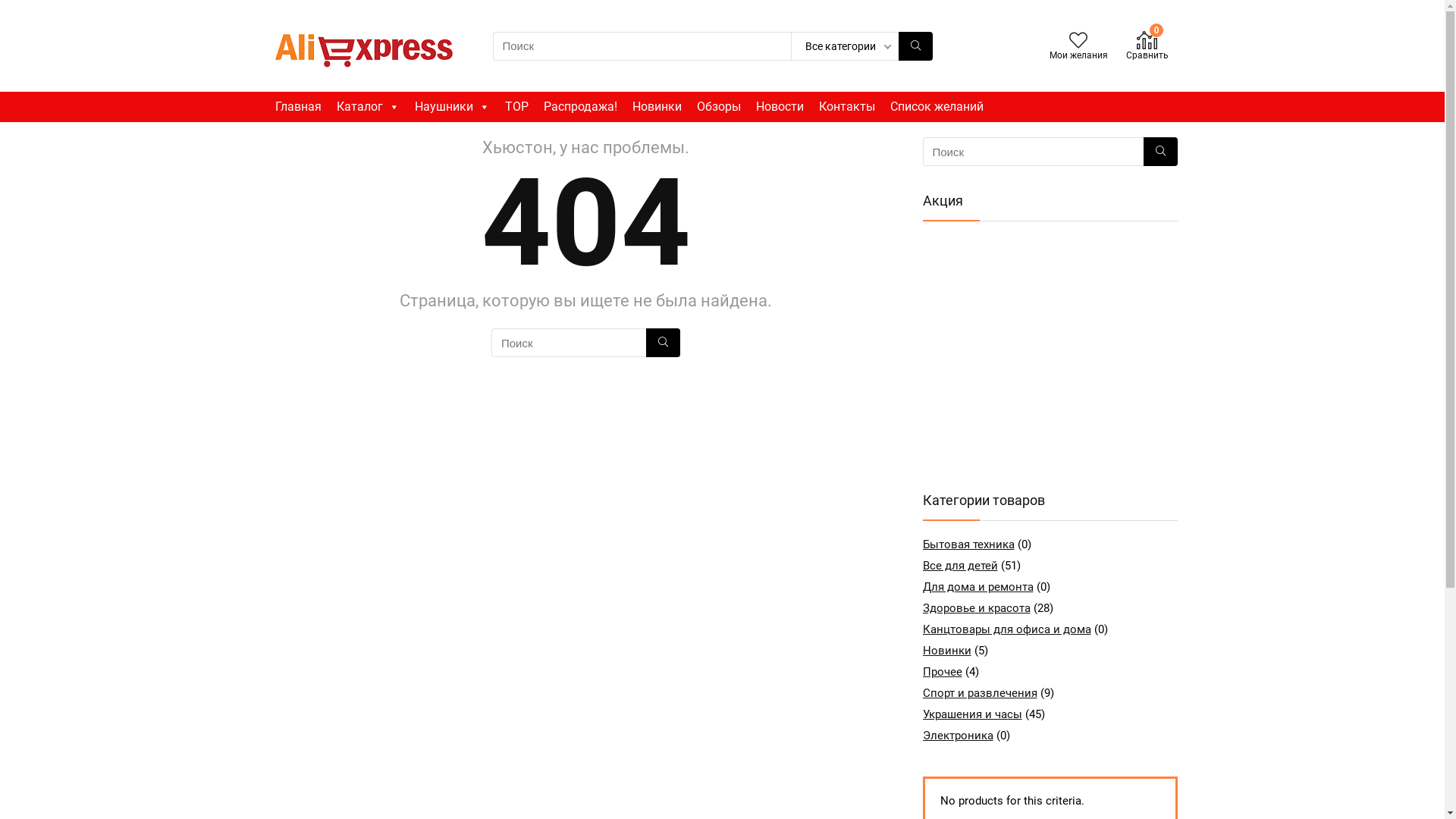 This screenshot has height=819, width=1456. What do you see at coordinates (516, 106) in the screenshot?
I see `'TOP'` at bounding box center [516, 106].